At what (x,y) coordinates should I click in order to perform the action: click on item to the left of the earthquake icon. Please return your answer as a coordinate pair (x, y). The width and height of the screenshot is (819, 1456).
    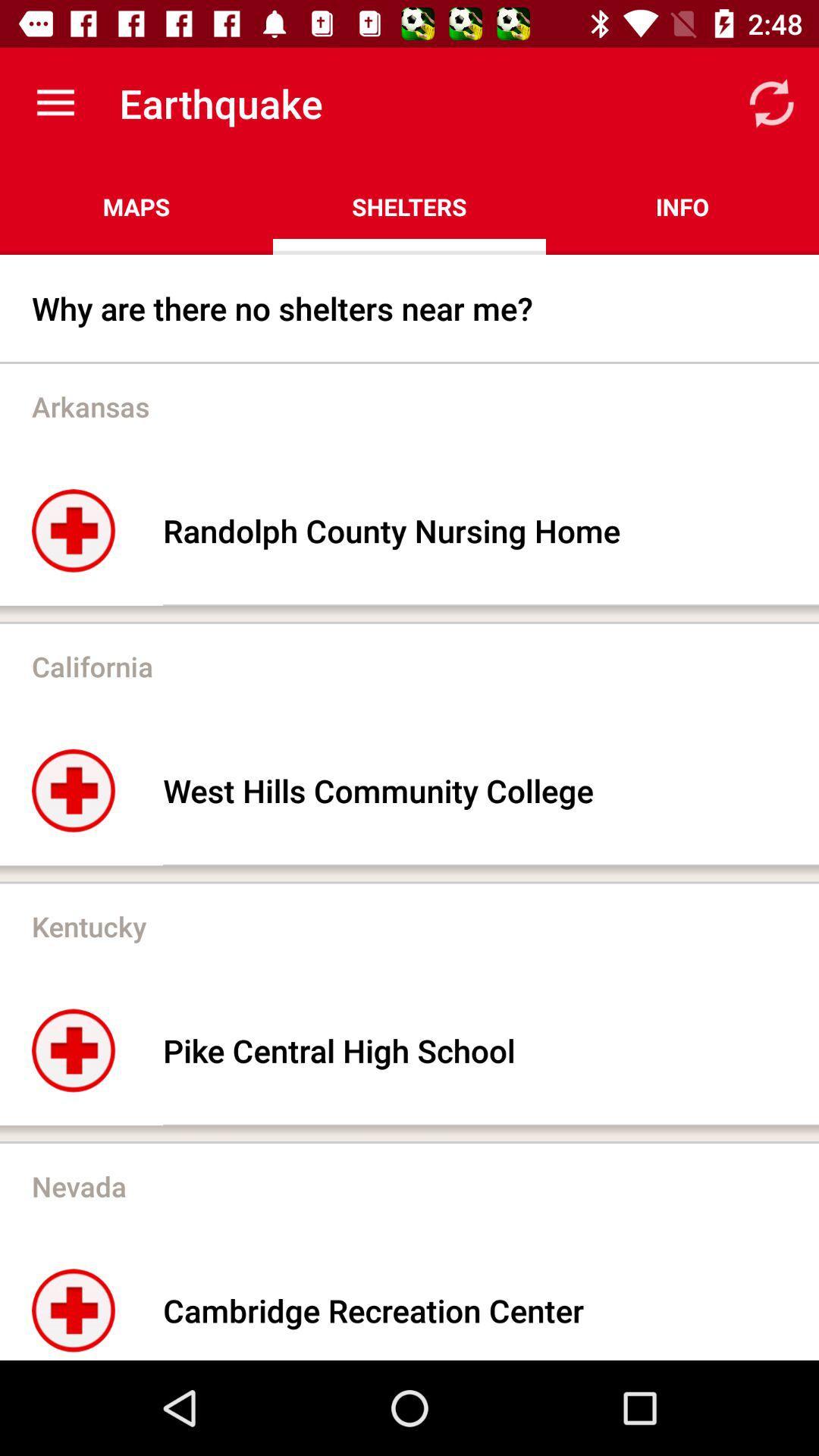
    Looking at the image, I should click on (55, 102).